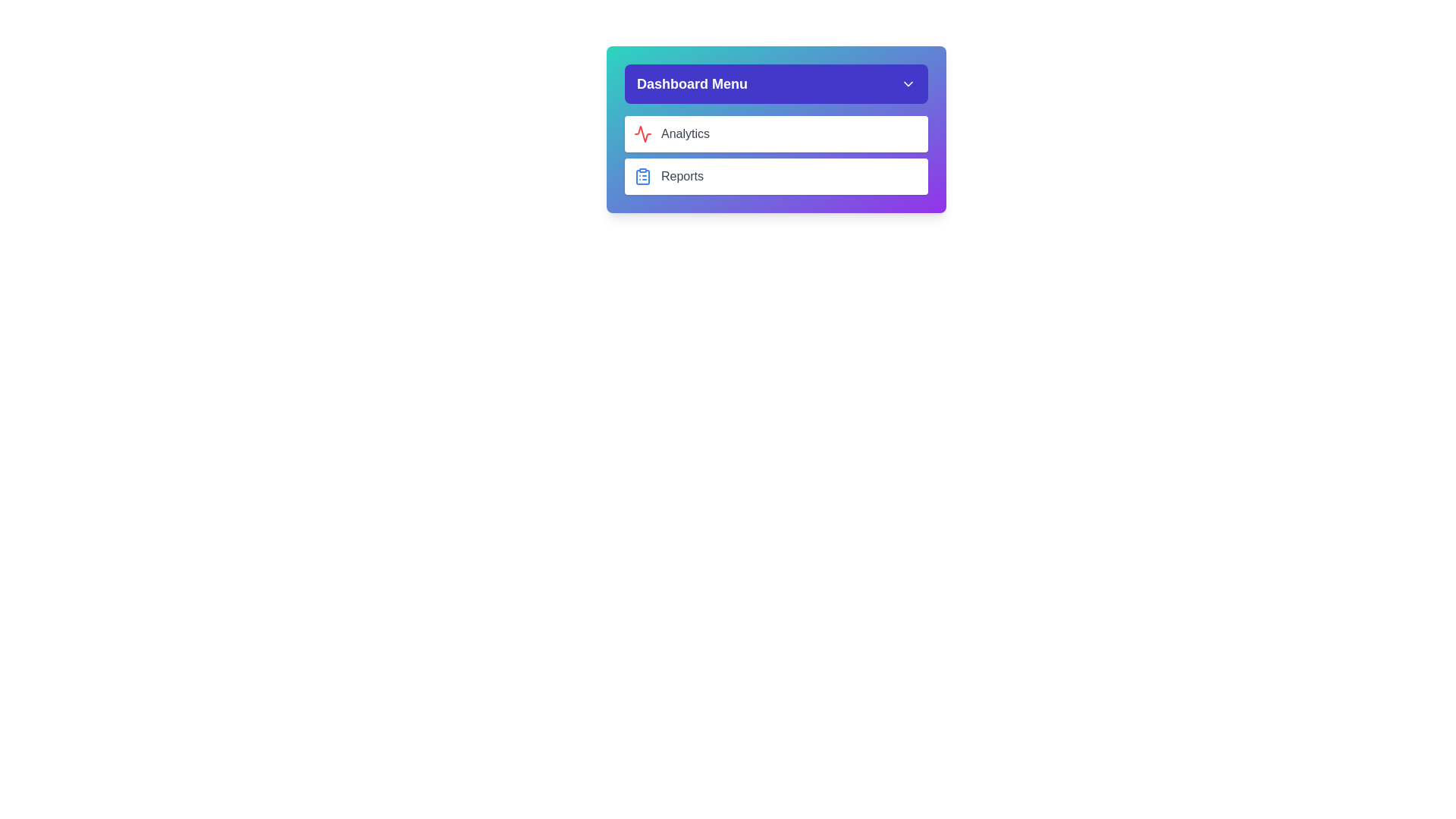 This screenshot has width=1456, height=819. Describe the element at coordinates (776, 128) in the screenshot. I see `the 'Analytics' menu item, which is visually distinct with a red icon and white background, located below the 'Dashboard Menu' header` at that location.